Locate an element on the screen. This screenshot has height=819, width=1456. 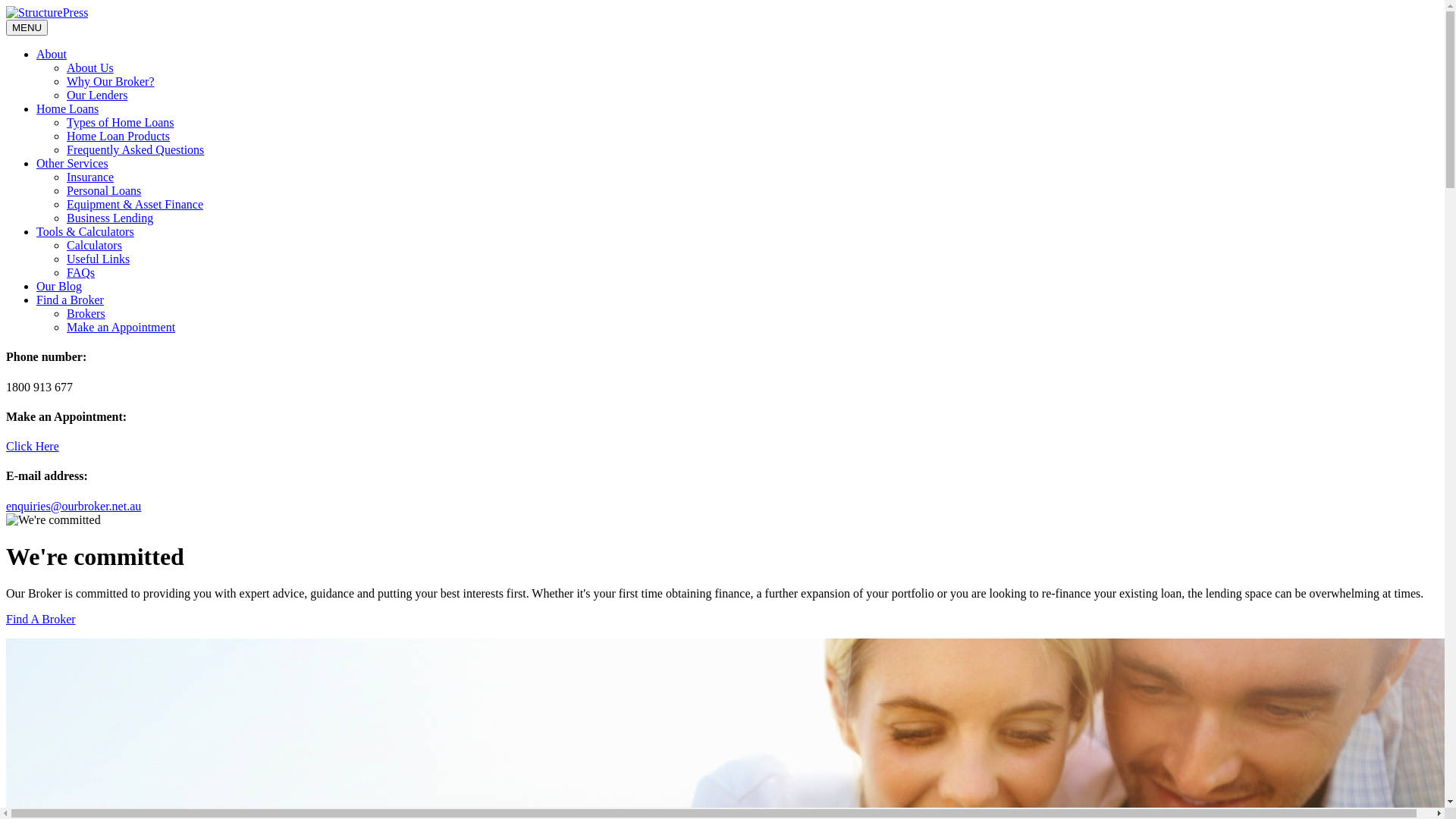
'Make an Appointment' is located at coordinates (120, 326).